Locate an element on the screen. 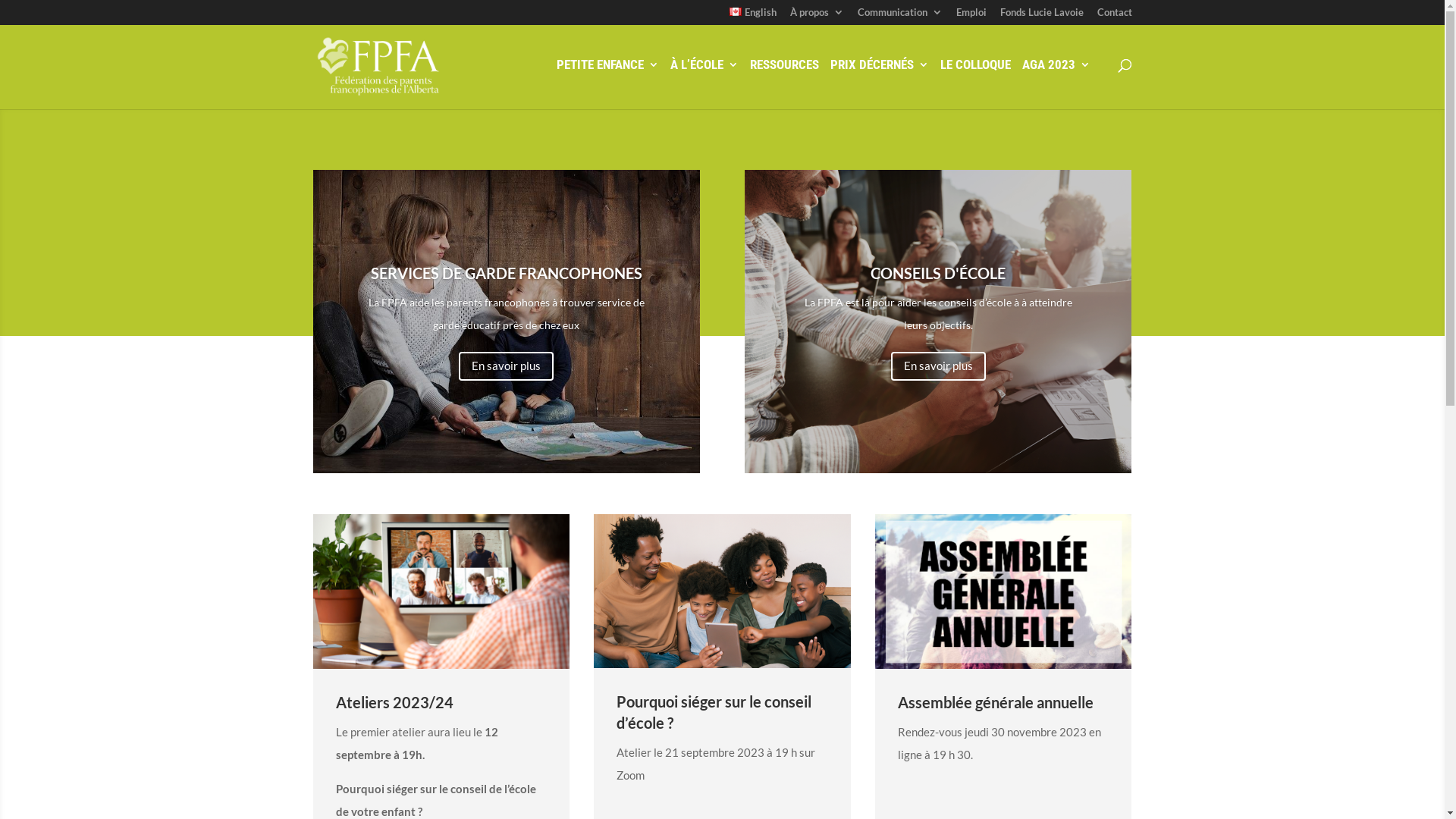 Image resolution: width=1456 pixels, height=819 pixels. 'Emploi' is located at coordinates (971, 16).